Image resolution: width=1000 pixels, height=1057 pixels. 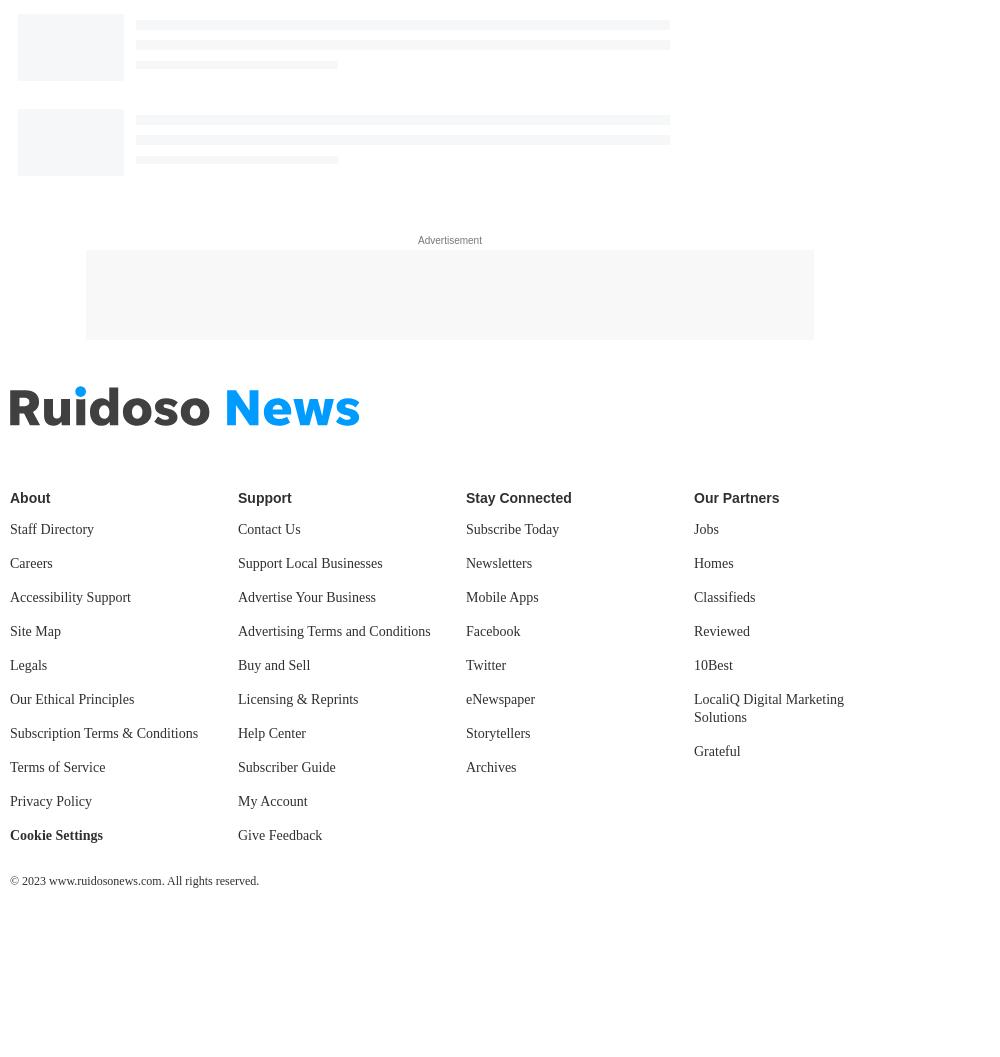 What do you see at coordinates (307, 596) in the screenshot?
I see `'Advertise Your Business'` at bounding box center [307, 596].